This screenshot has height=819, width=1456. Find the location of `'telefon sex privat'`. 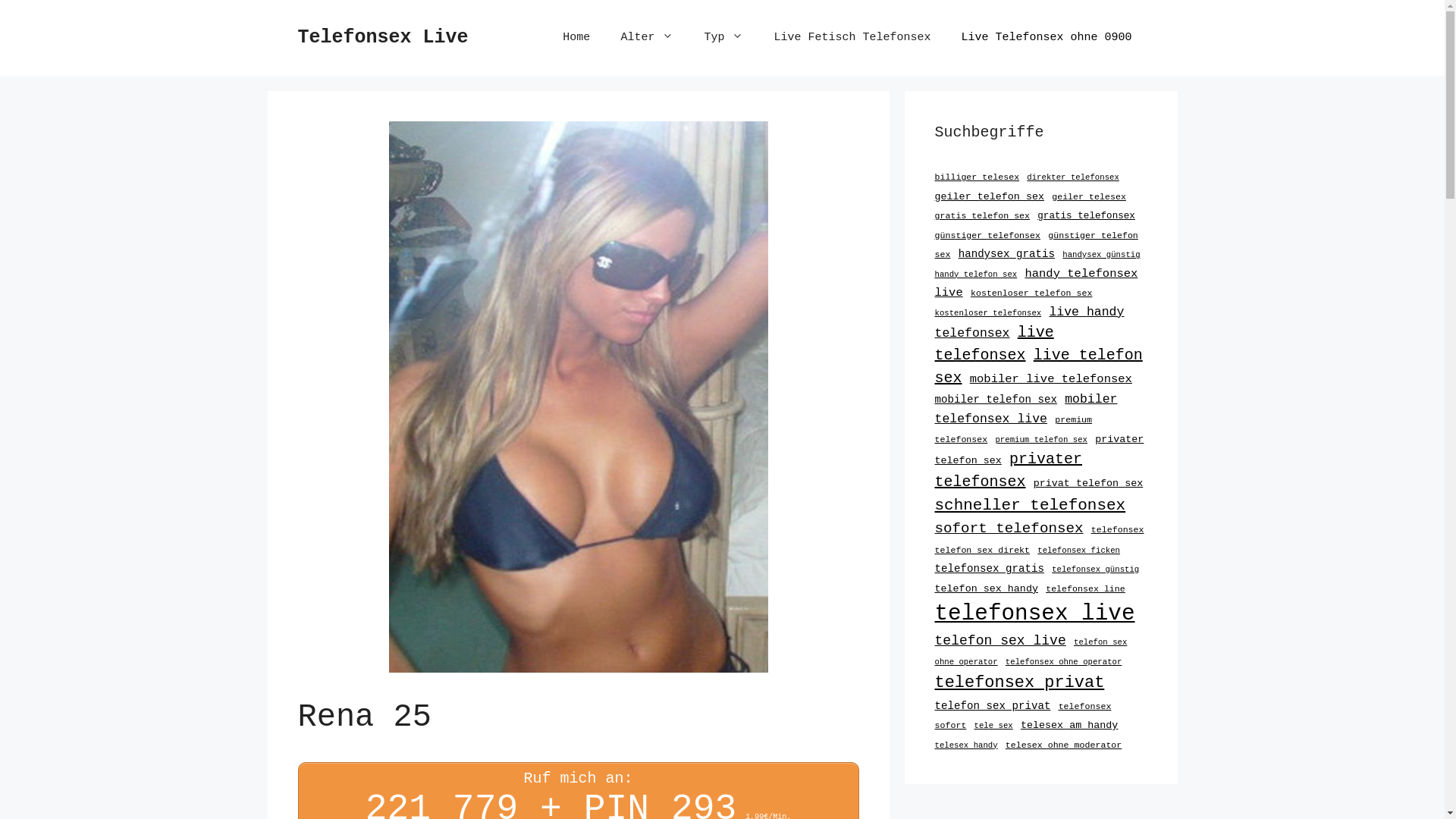

'telefon sex privat' is located at coordinates (934, 705).